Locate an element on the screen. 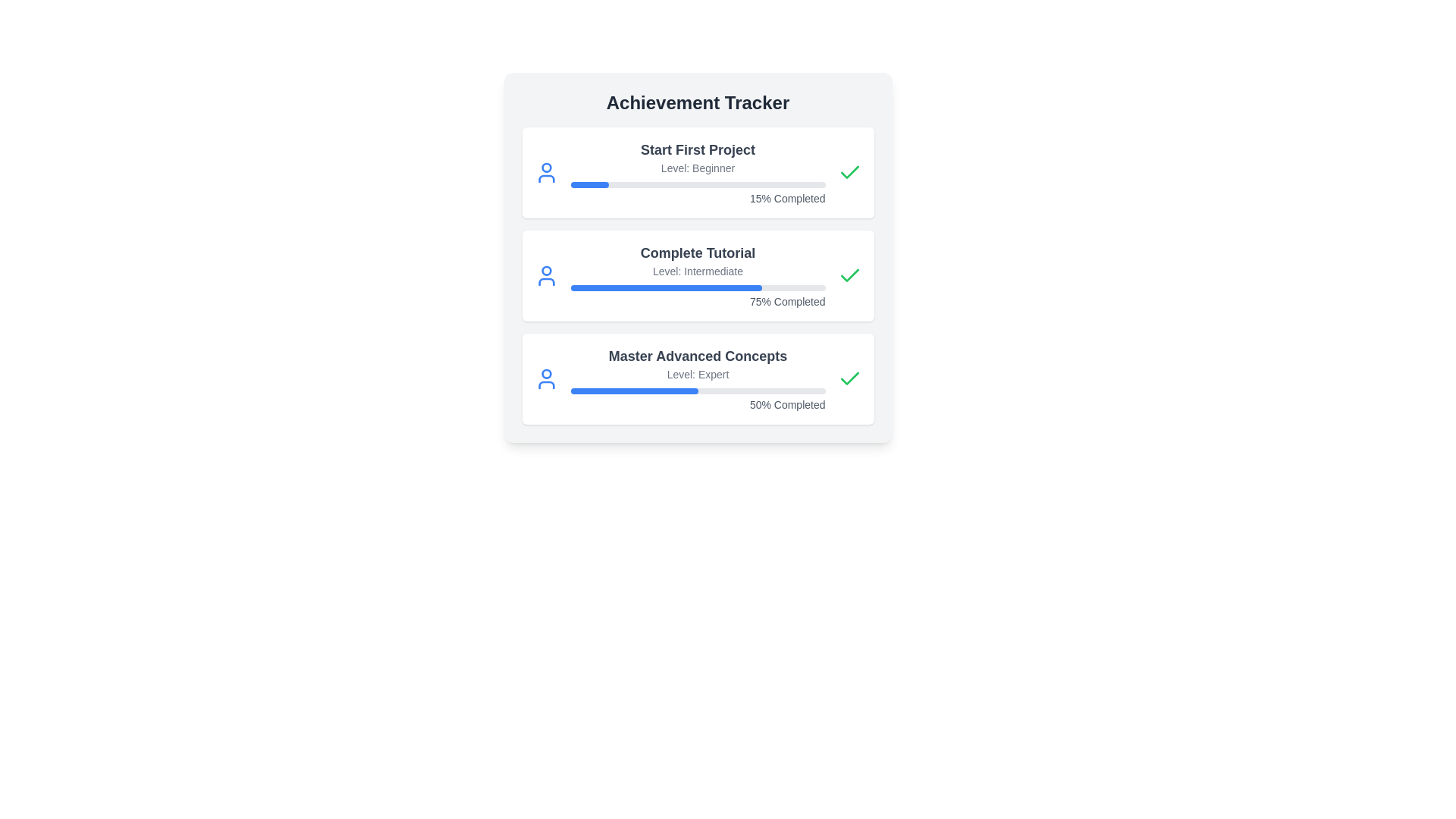 This screenshot has height=819, width=1456. the middle progress bar element that visually represents 50% completion of the task is located at coordinates (634, 391).